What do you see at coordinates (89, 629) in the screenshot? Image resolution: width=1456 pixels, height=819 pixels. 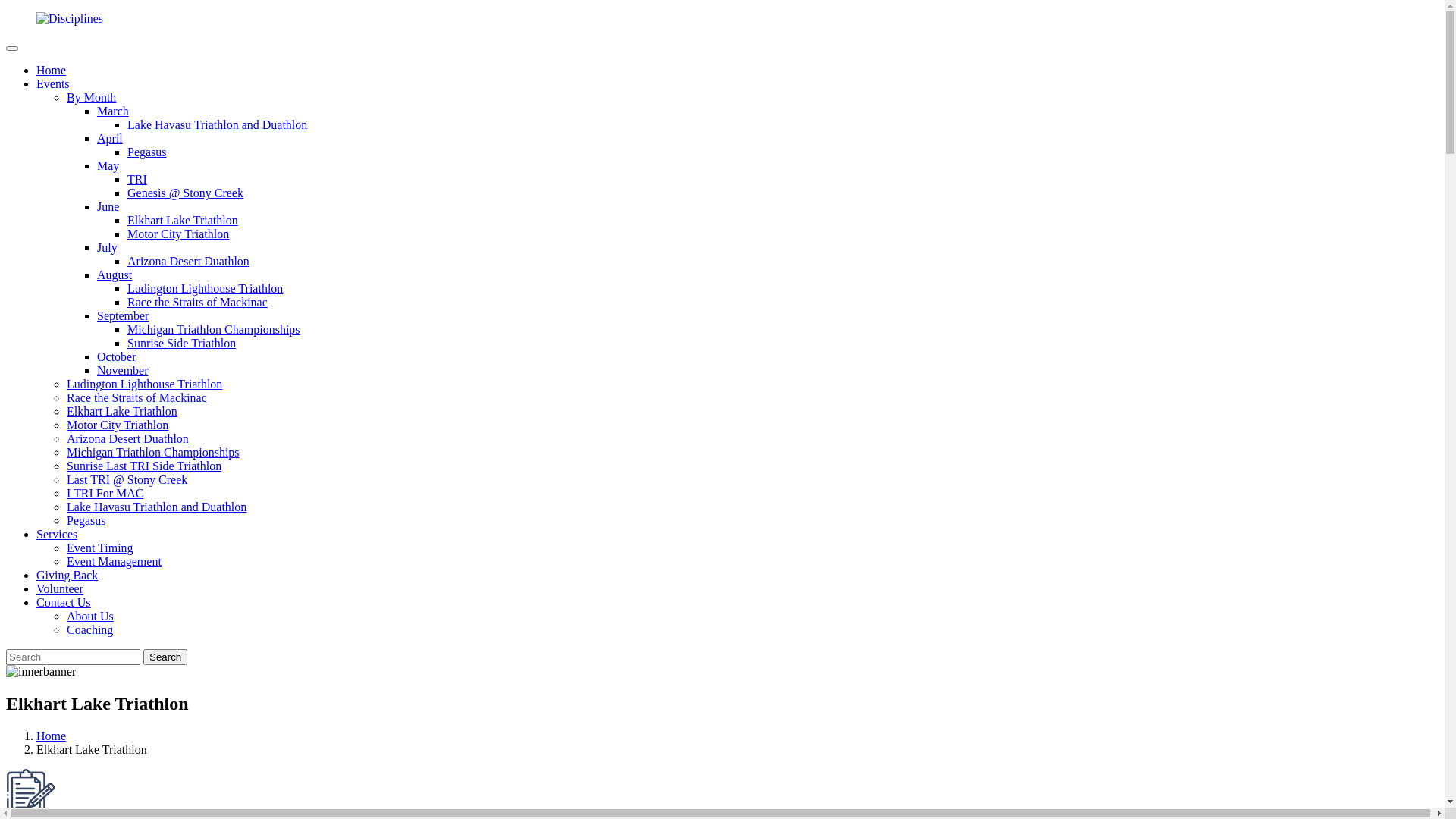 I see `'Coaching'` at bounding box center [89, 629].